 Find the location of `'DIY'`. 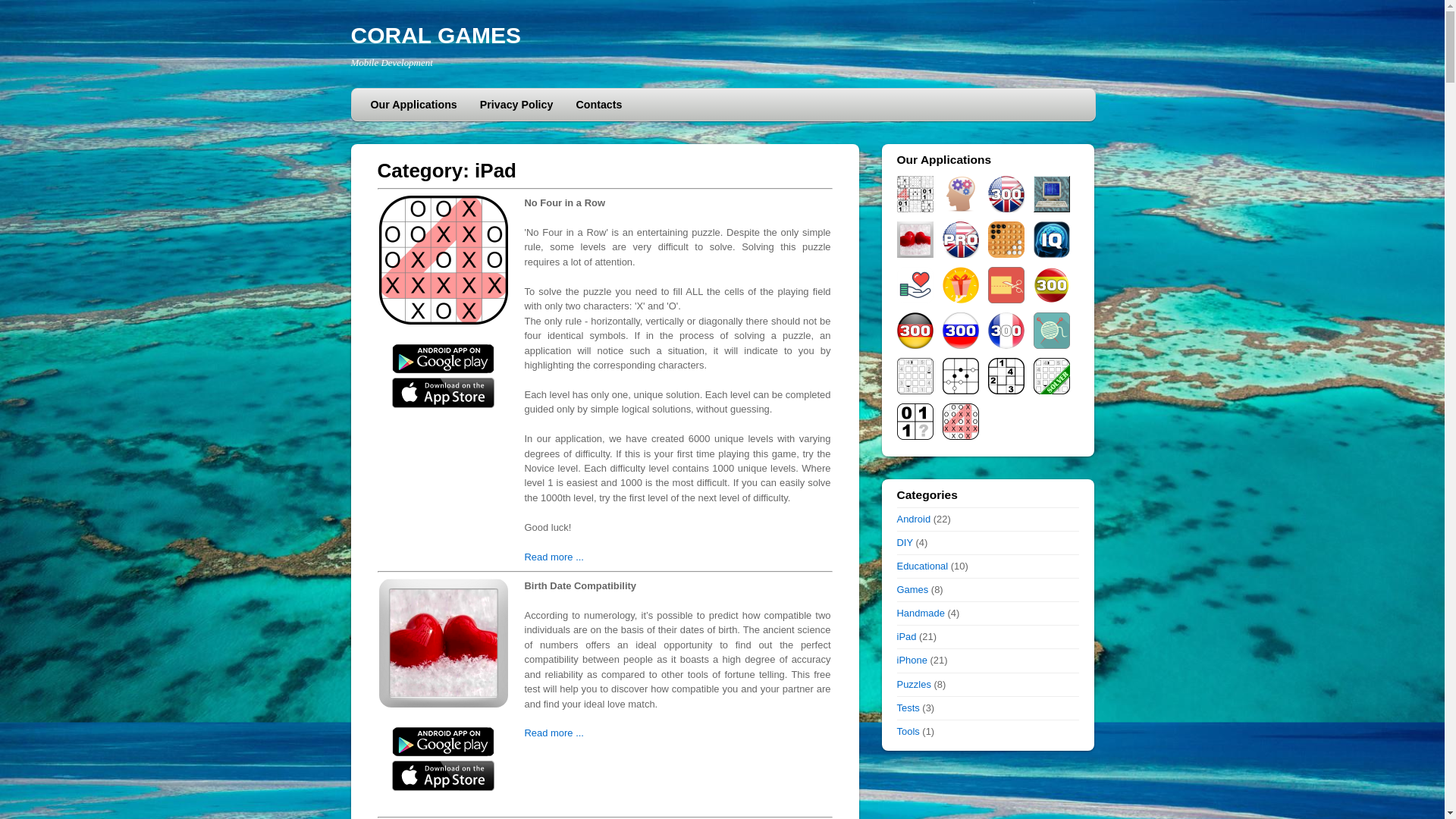

'DIY' is located at coordinates (896, 541).